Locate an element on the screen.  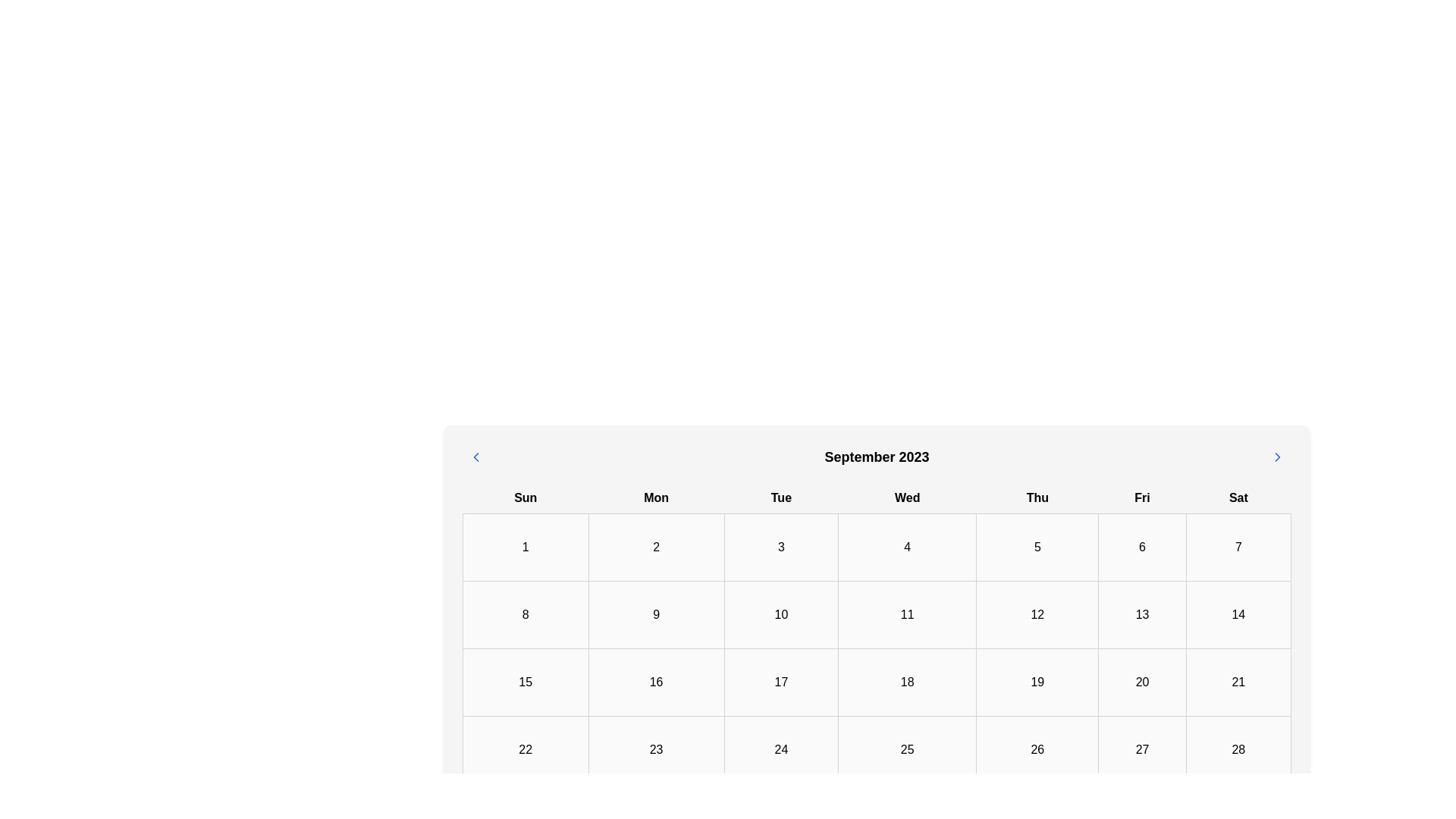
the Calendar Date Cell displaying '24' is located at coordinates (781, 748).